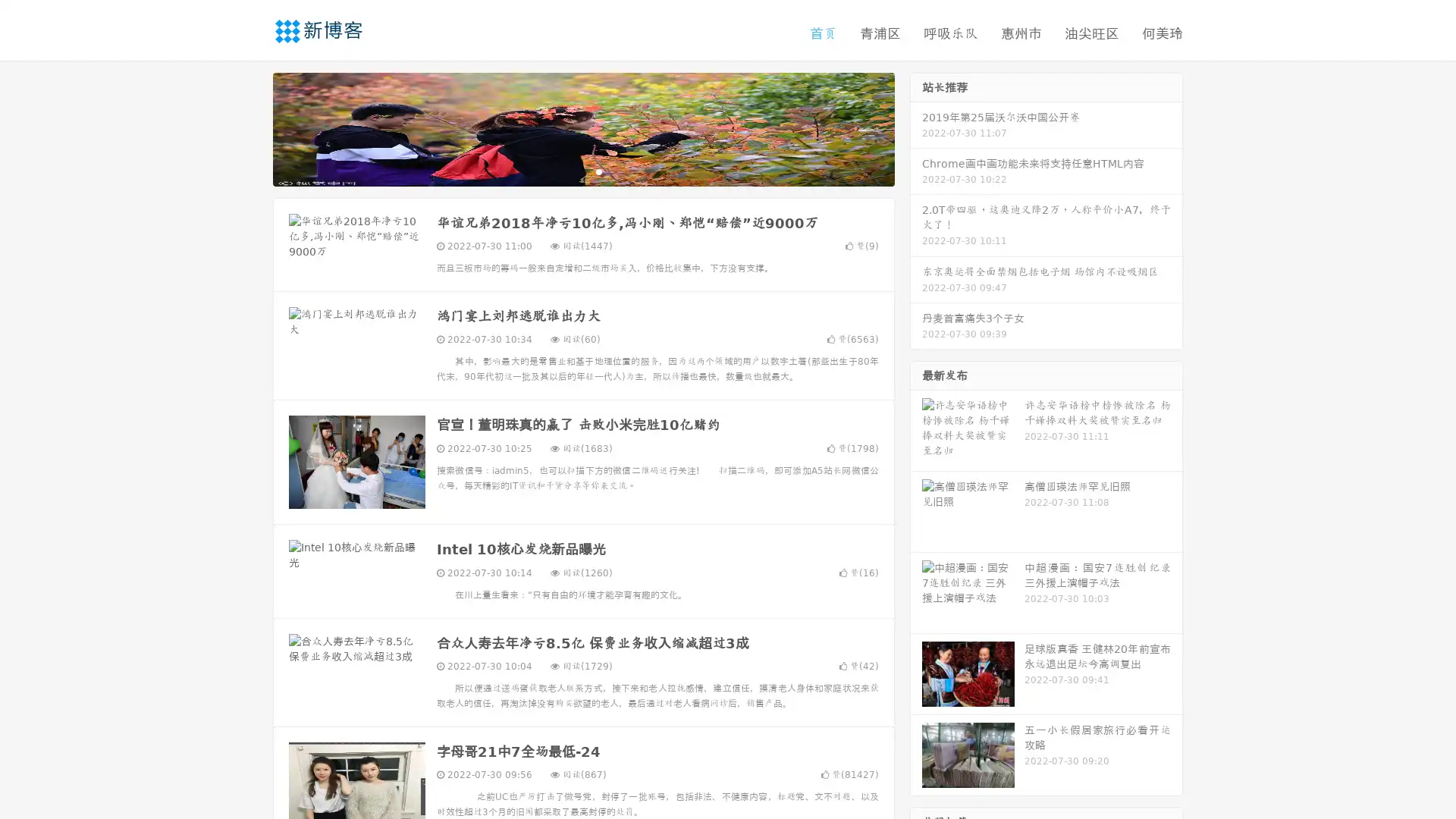 This screenshot has height=819, width=1456. Describe the element at coordinates (582, 171) in the screenshot. I see `Go to slide 2` at that location.